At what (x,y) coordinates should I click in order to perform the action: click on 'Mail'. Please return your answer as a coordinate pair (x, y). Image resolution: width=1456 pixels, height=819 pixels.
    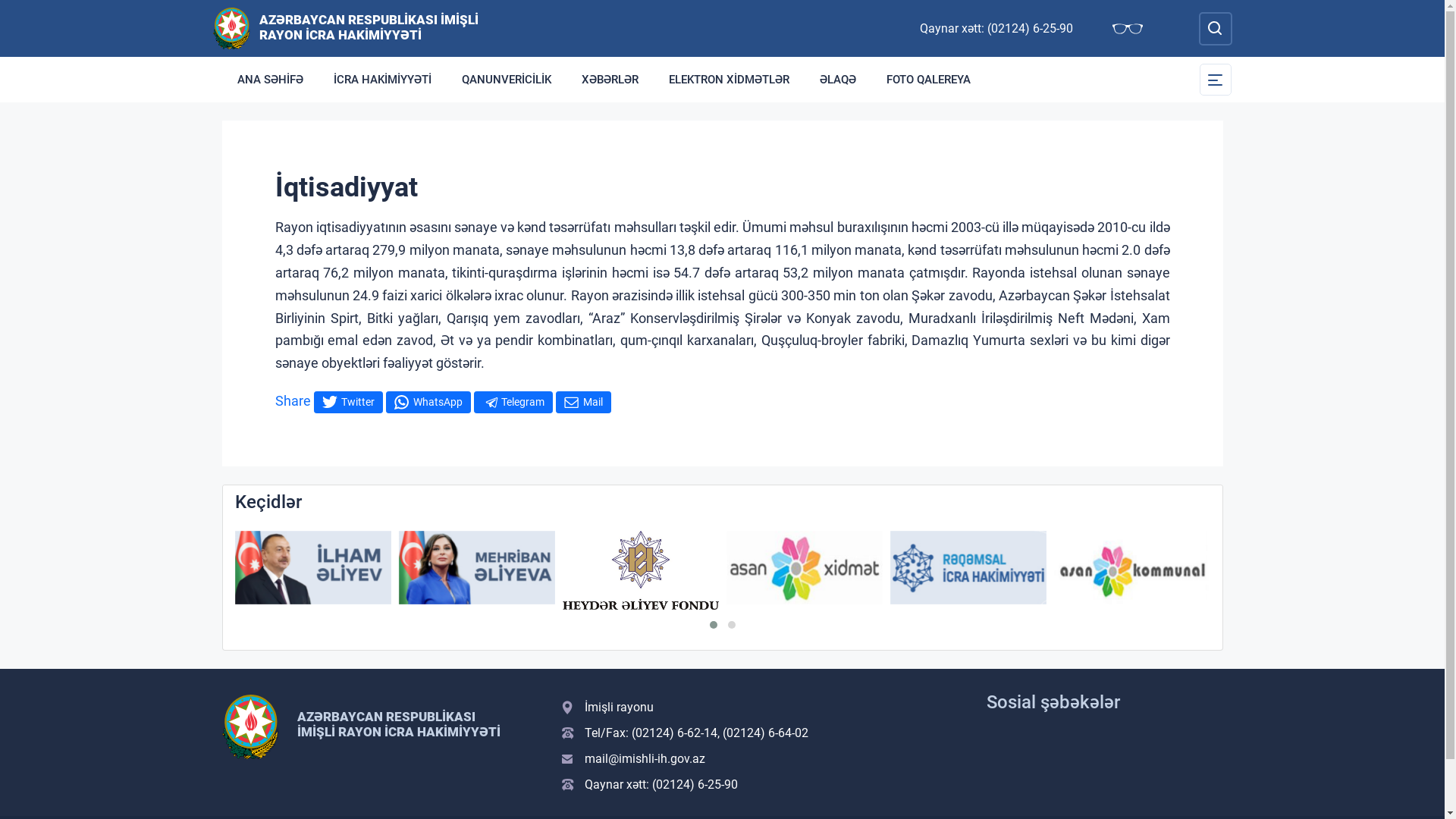
    Looking at the image, I should click on (582, 401).